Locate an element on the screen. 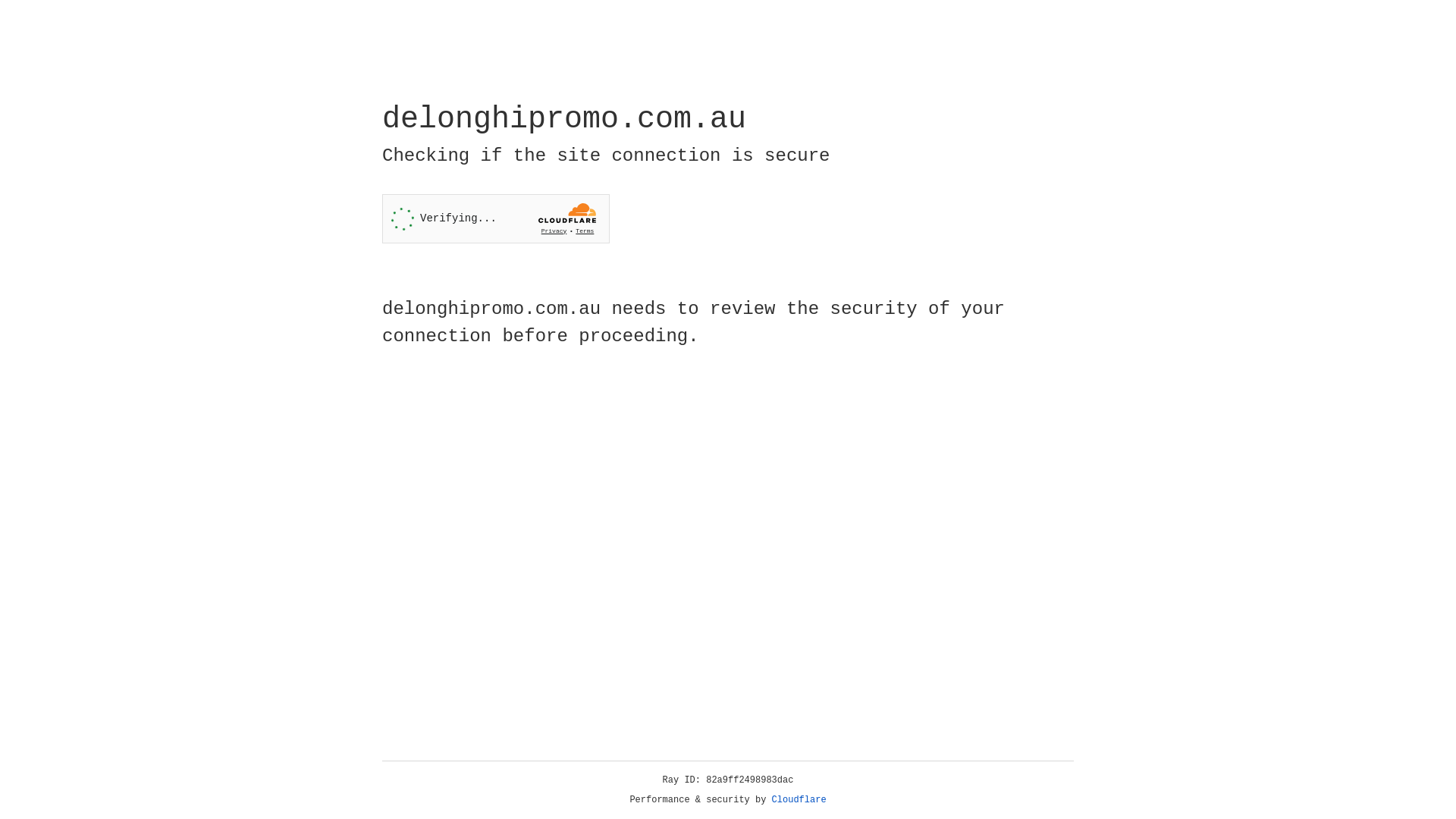  'Widget containing a Cloudflare security challenge' is located at coordinates (495, 218).